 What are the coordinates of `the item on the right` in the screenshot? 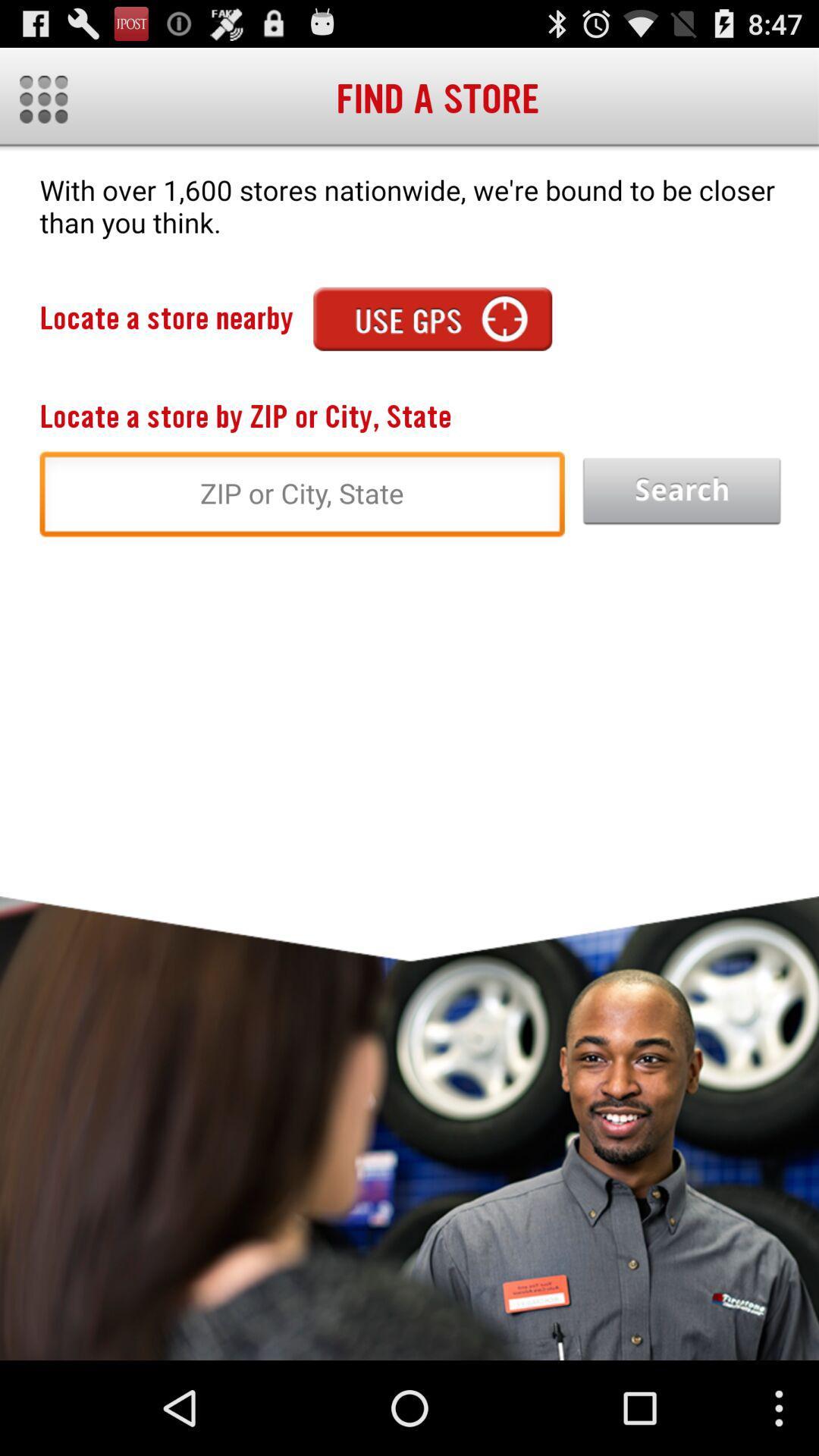 It's located at (681, 491).